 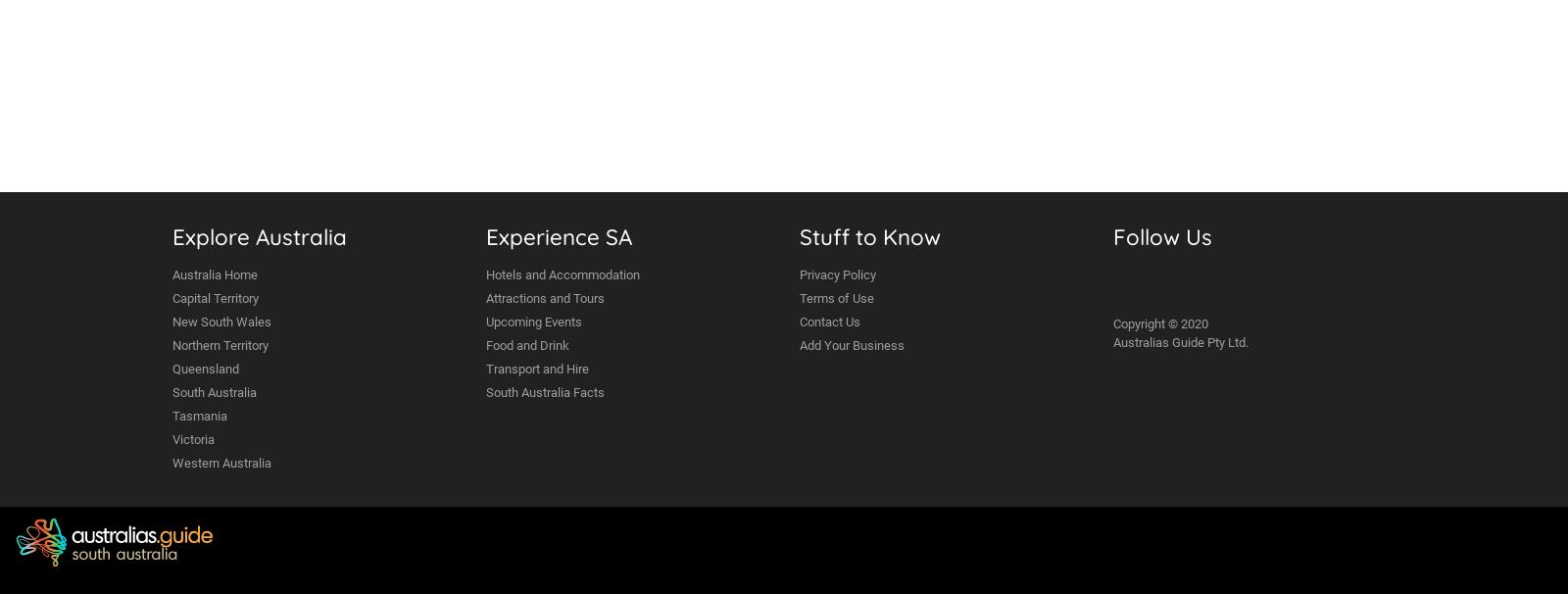 What do you see at coordinates (206, 369) in the screenshot?
I see `'Queensland'` at bounding box center [206, 369].